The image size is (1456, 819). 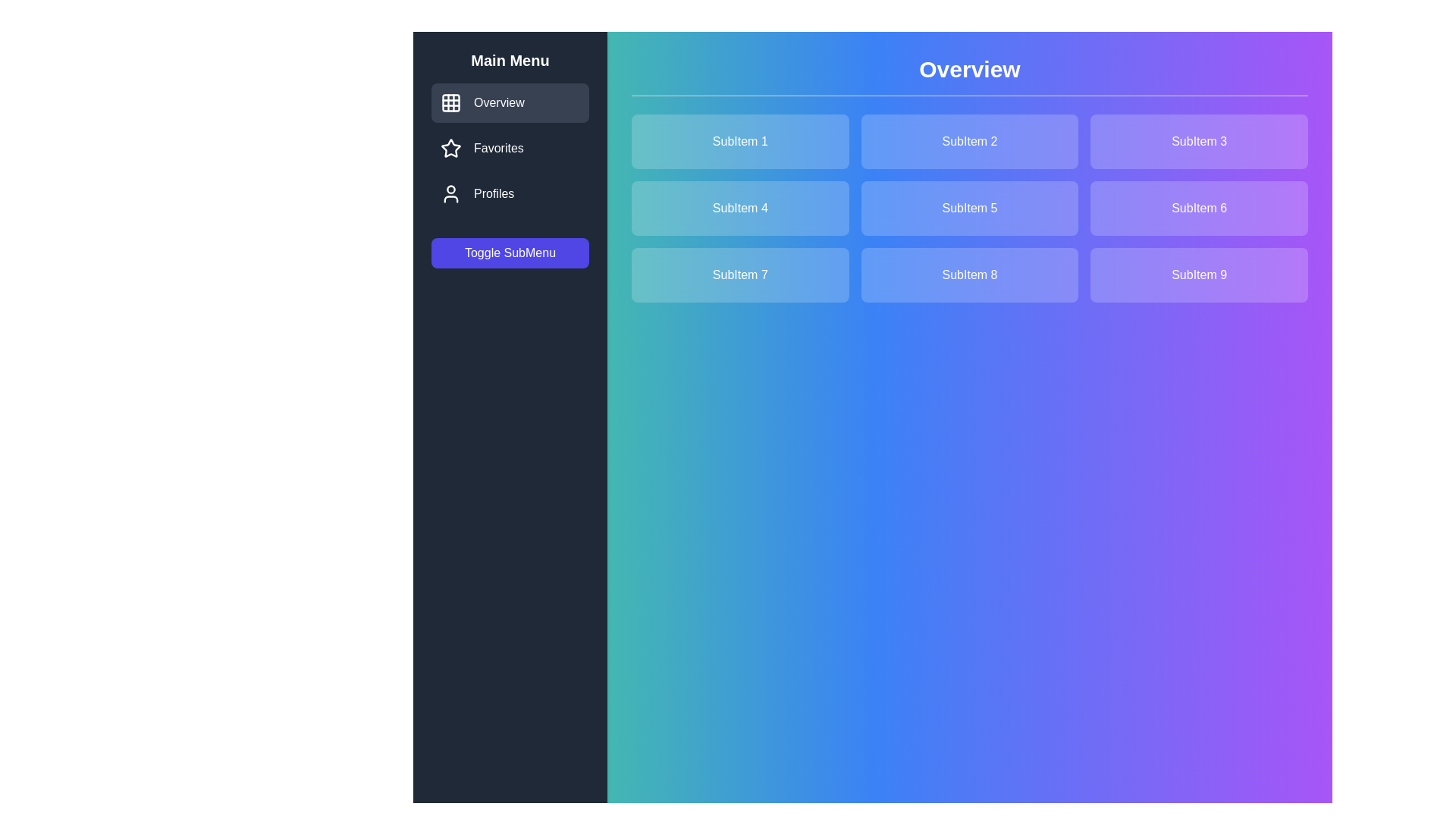 I want to click on the menu item Favorites to navigate to its corresponding view, so click(x=510, y=149).